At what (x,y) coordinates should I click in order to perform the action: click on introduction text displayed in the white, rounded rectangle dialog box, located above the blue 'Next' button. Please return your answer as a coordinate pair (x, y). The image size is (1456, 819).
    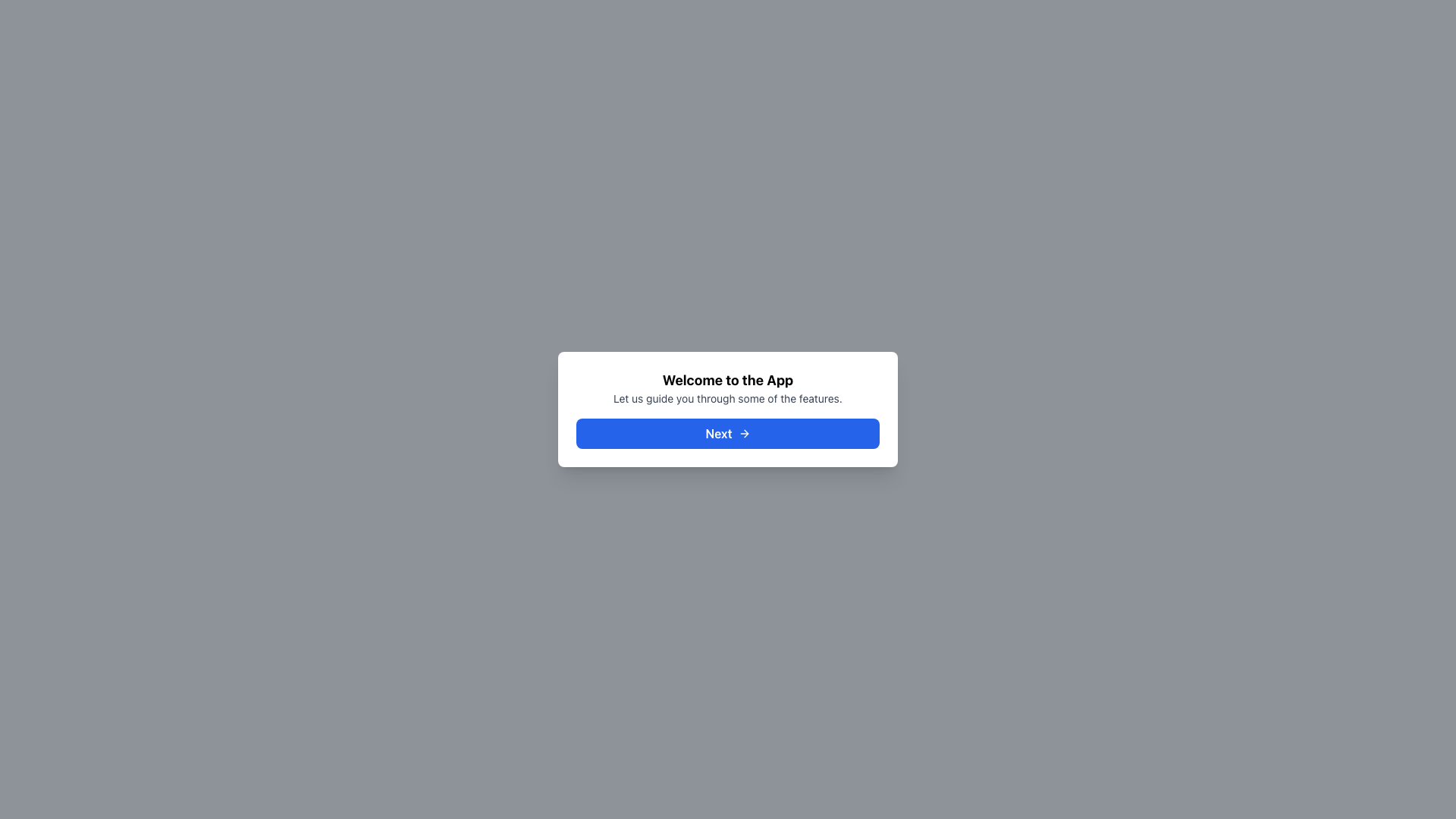
    Looking at the image, I should click on (728, 388).